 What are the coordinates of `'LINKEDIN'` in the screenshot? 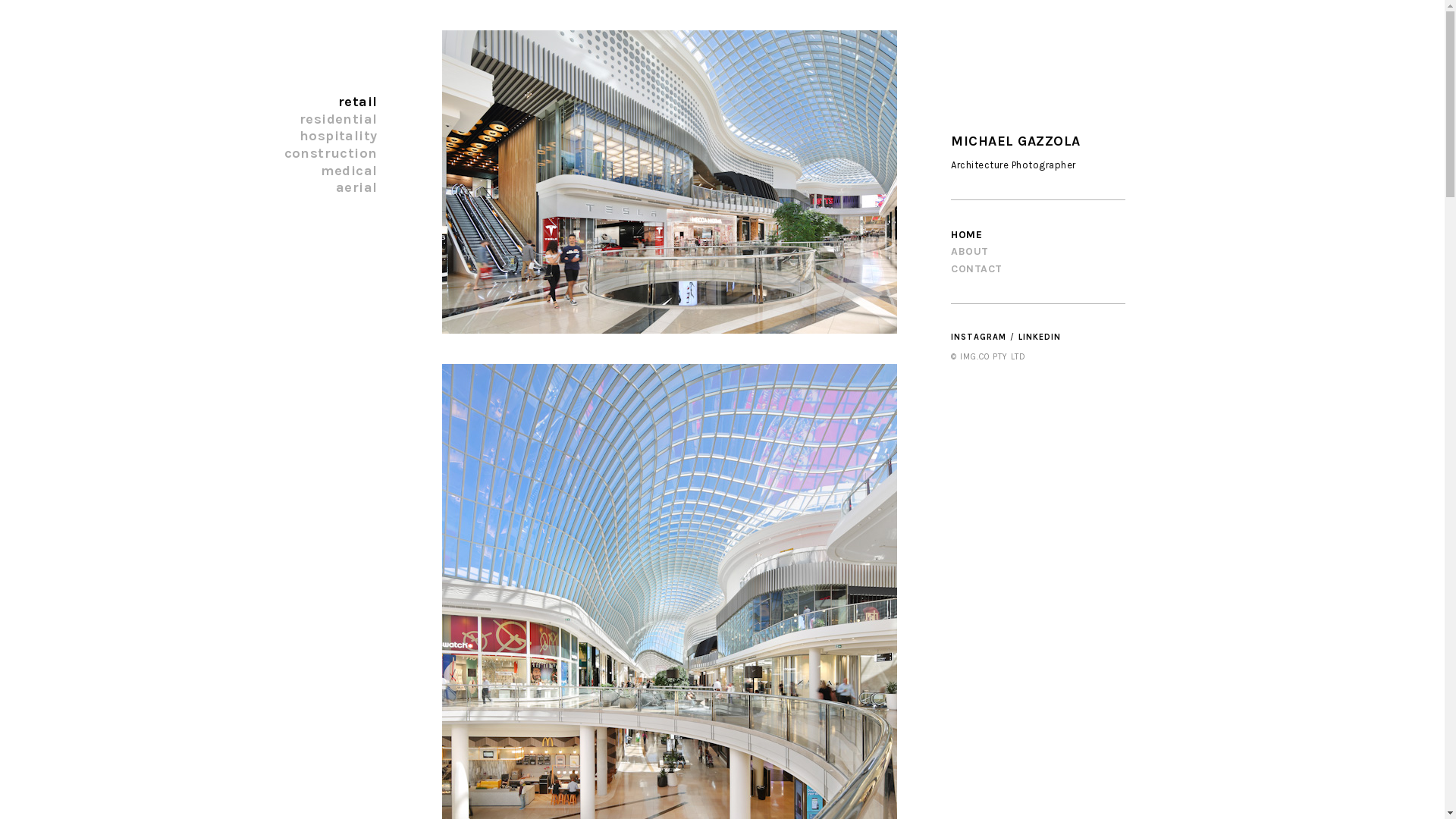 It's located at (1037, 336).